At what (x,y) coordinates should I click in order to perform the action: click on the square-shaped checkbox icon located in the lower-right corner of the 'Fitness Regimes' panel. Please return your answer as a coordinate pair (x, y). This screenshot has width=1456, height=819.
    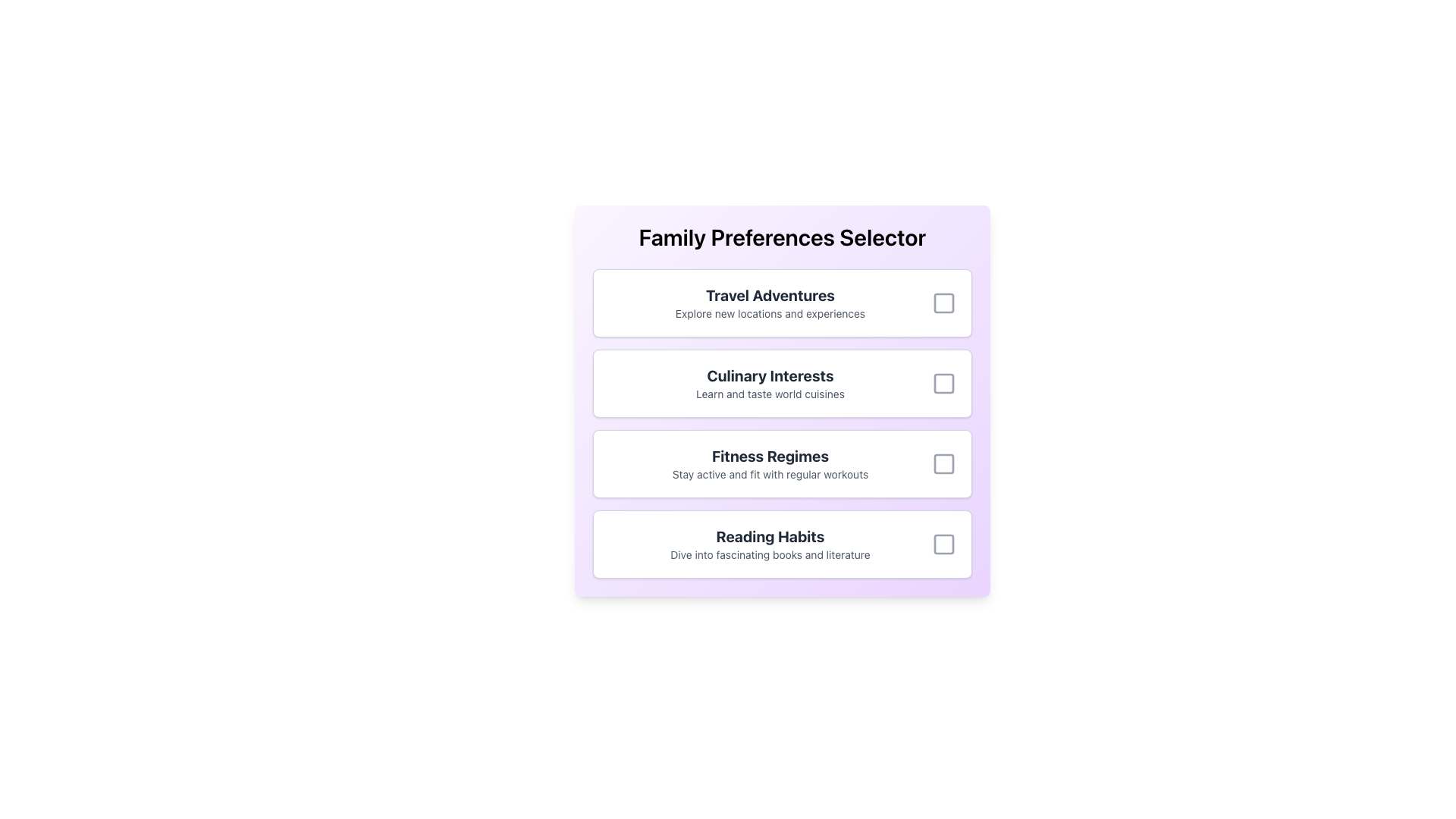
    Looking at the image, I should click on (943, 463).